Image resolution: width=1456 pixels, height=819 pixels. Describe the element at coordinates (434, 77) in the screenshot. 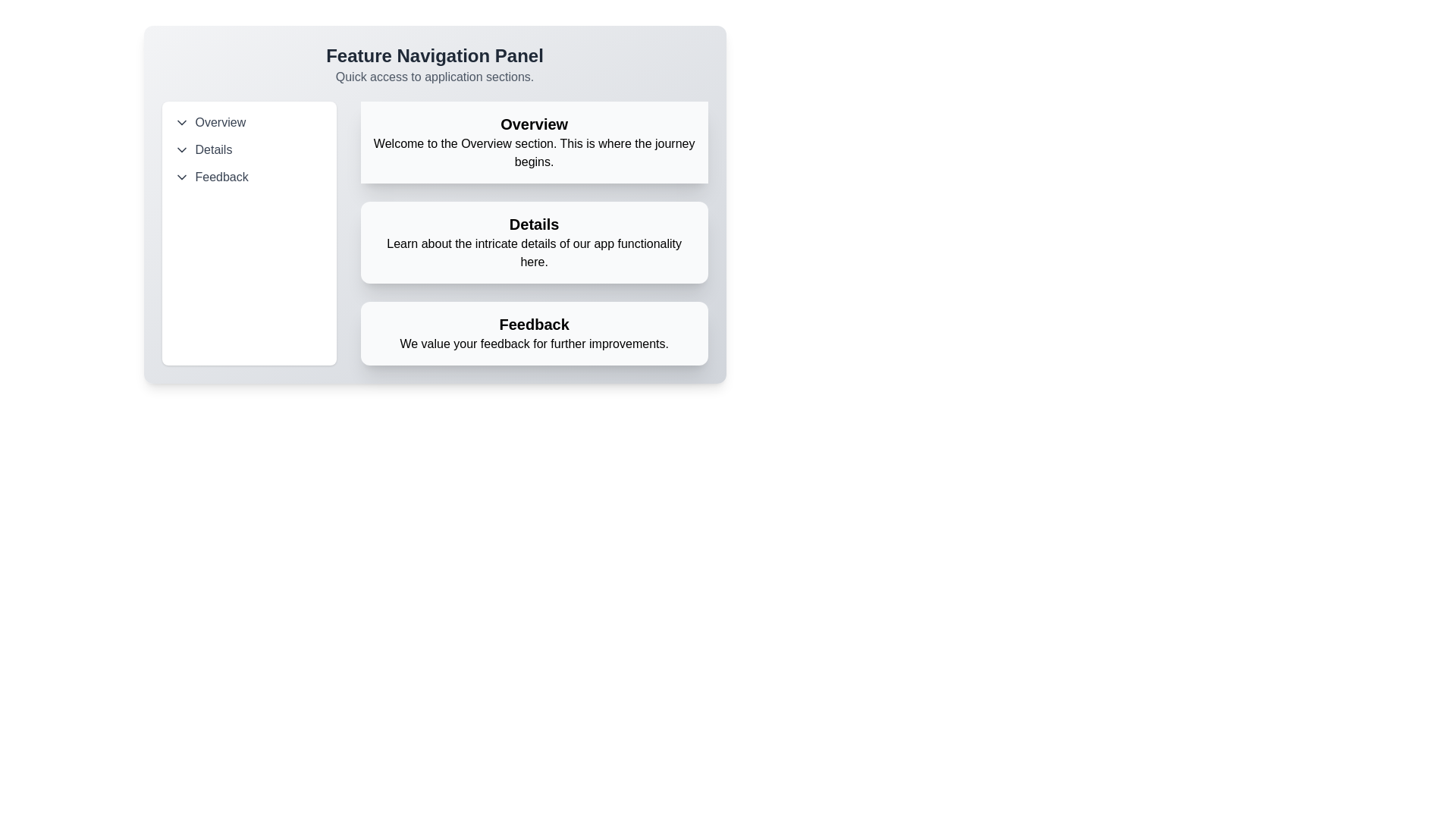

I see `the static textual label located immediately below the title 'Feature Navigation Panel', which serves to enhance user understanding of the interface` at that location.